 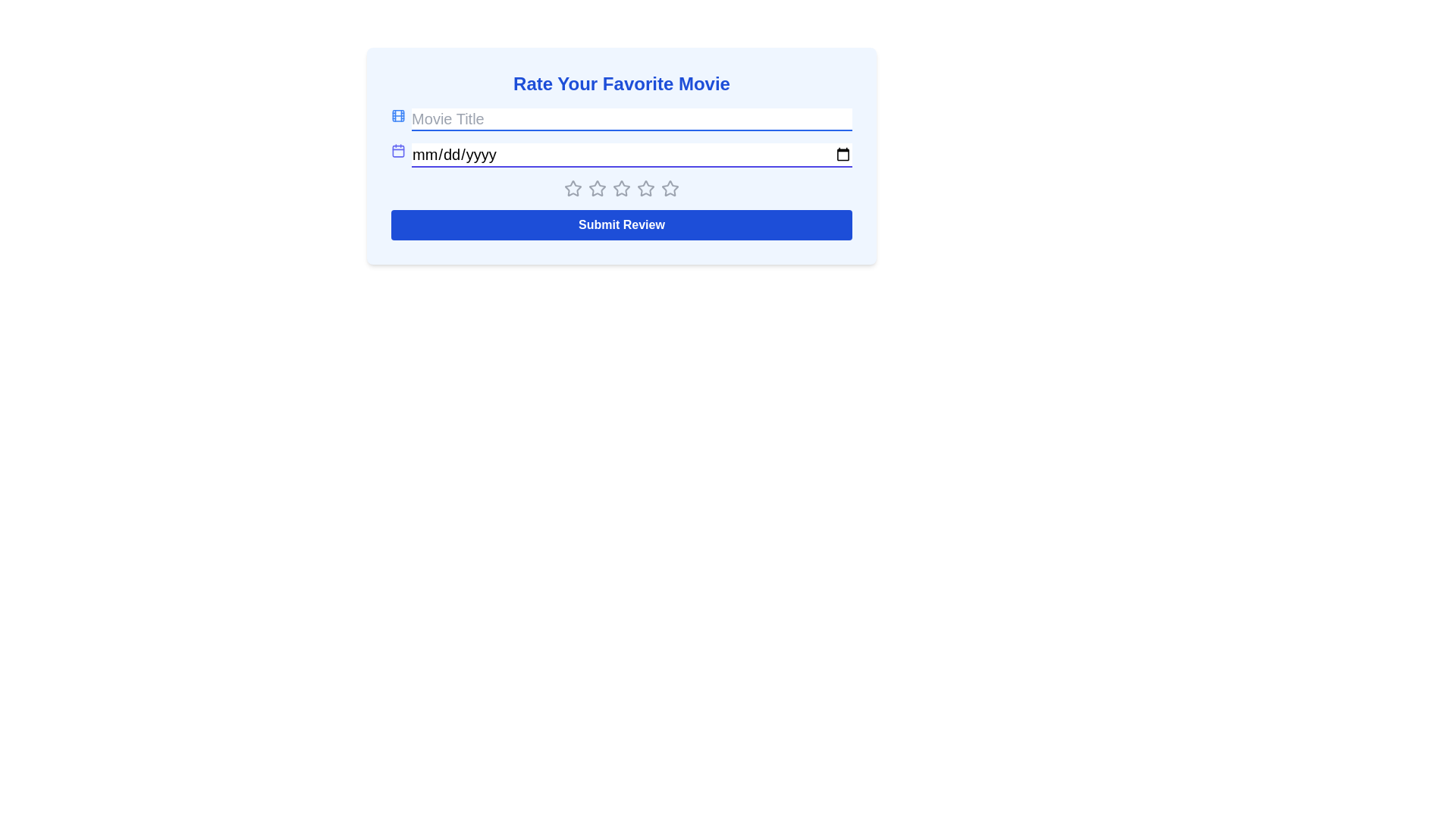 I want to click on the icon next to the movie title input field, so click(x=398, y=115).